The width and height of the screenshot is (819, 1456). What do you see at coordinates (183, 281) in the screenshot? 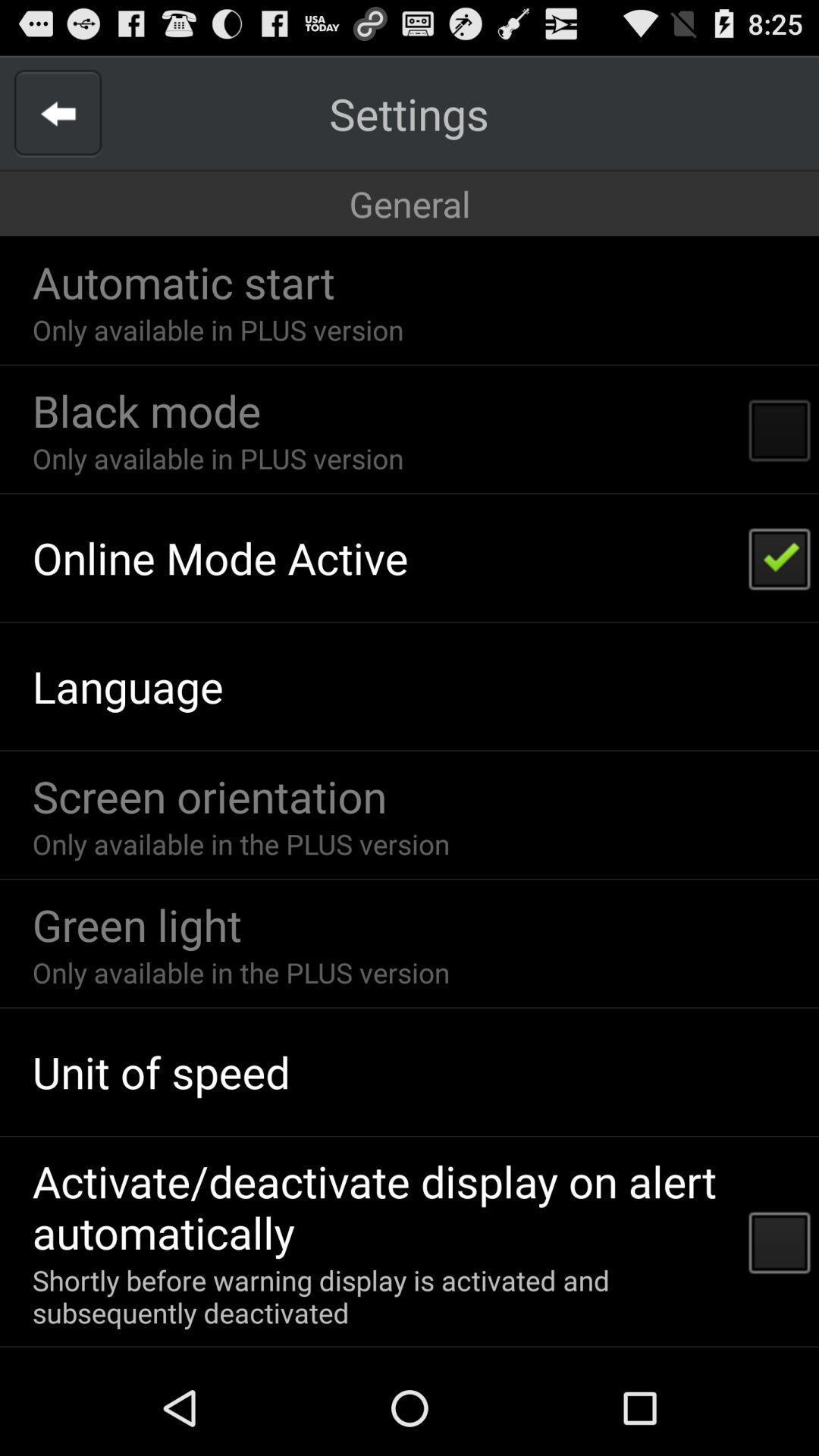
I see `app above the only available in item` at bounding box center [183, 281].